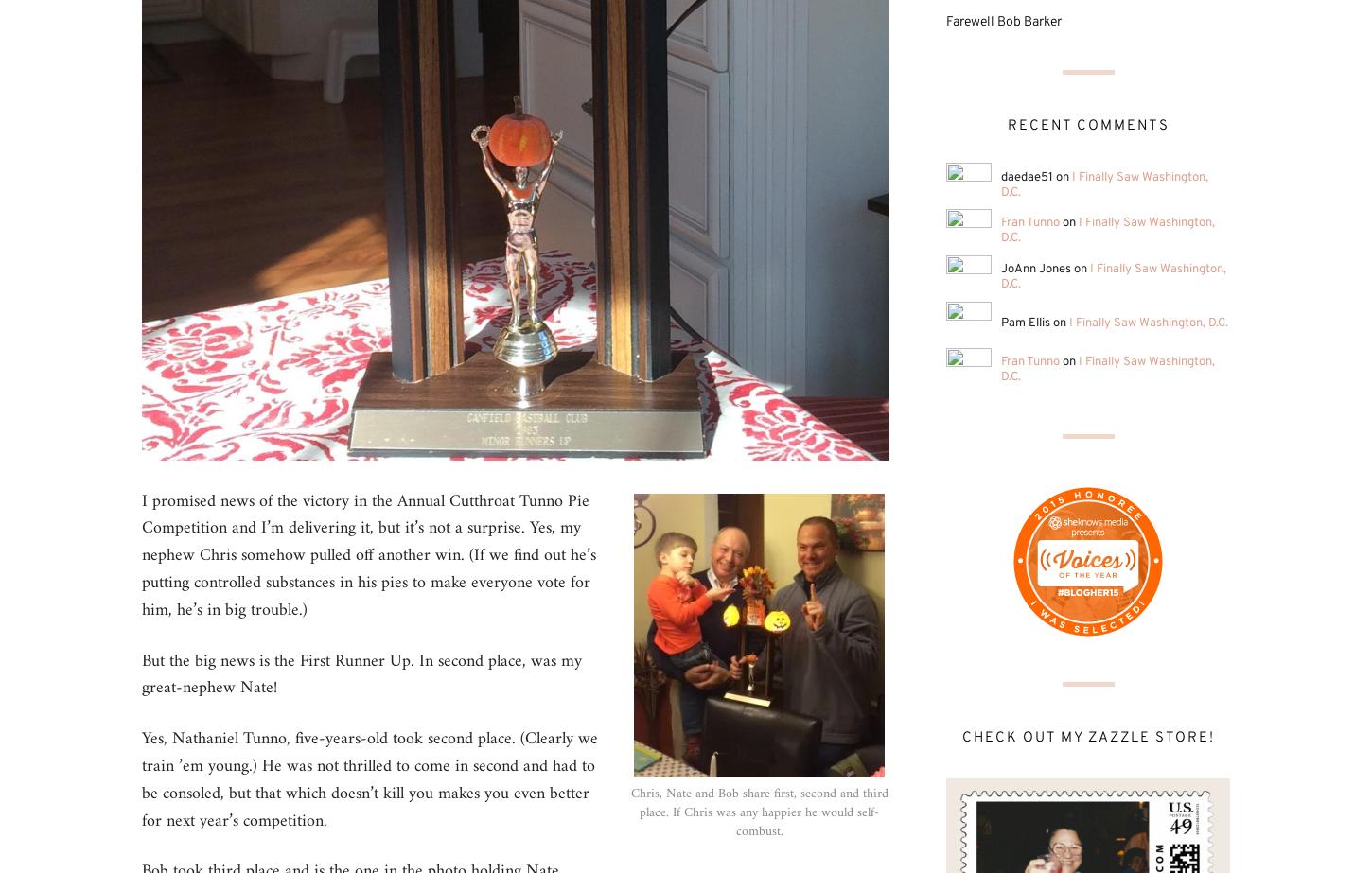 The width and height of the screenshot is (1372, 873). Describe the element at coordinates (1003, 22) in the screenshot. I see `'Farewell Bob Barker'` at that location.